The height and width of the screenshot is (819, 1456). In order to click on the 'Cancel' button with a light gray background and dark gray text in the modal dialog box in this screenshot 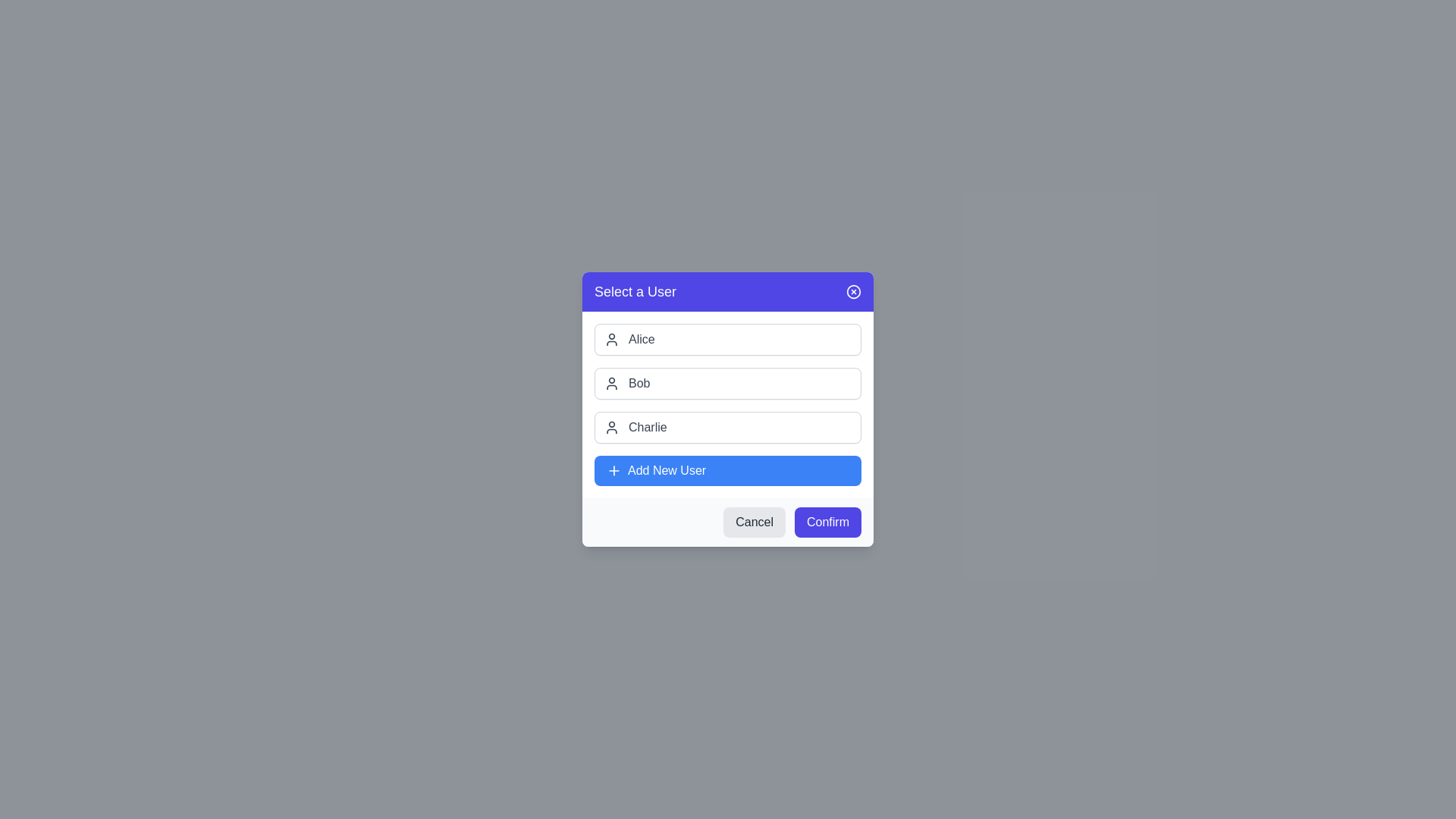, I will do `click(755, 522)`.